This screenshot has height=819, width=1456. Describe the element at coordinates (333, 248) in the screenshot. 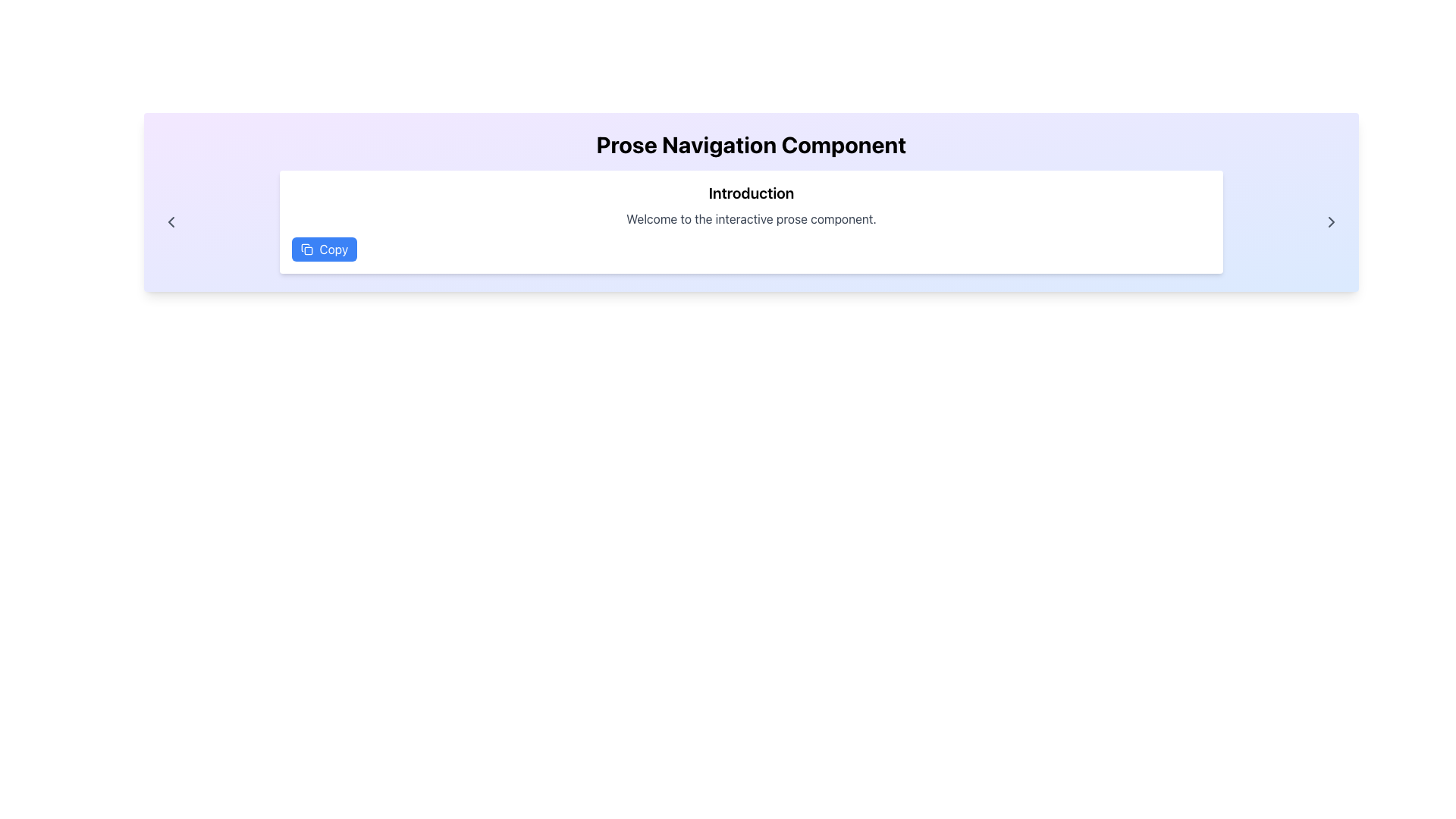

I see `text label 'Copy' located inside the button positioned in the top-left region of the white content box, to the right of the clipboard icon` at that location.